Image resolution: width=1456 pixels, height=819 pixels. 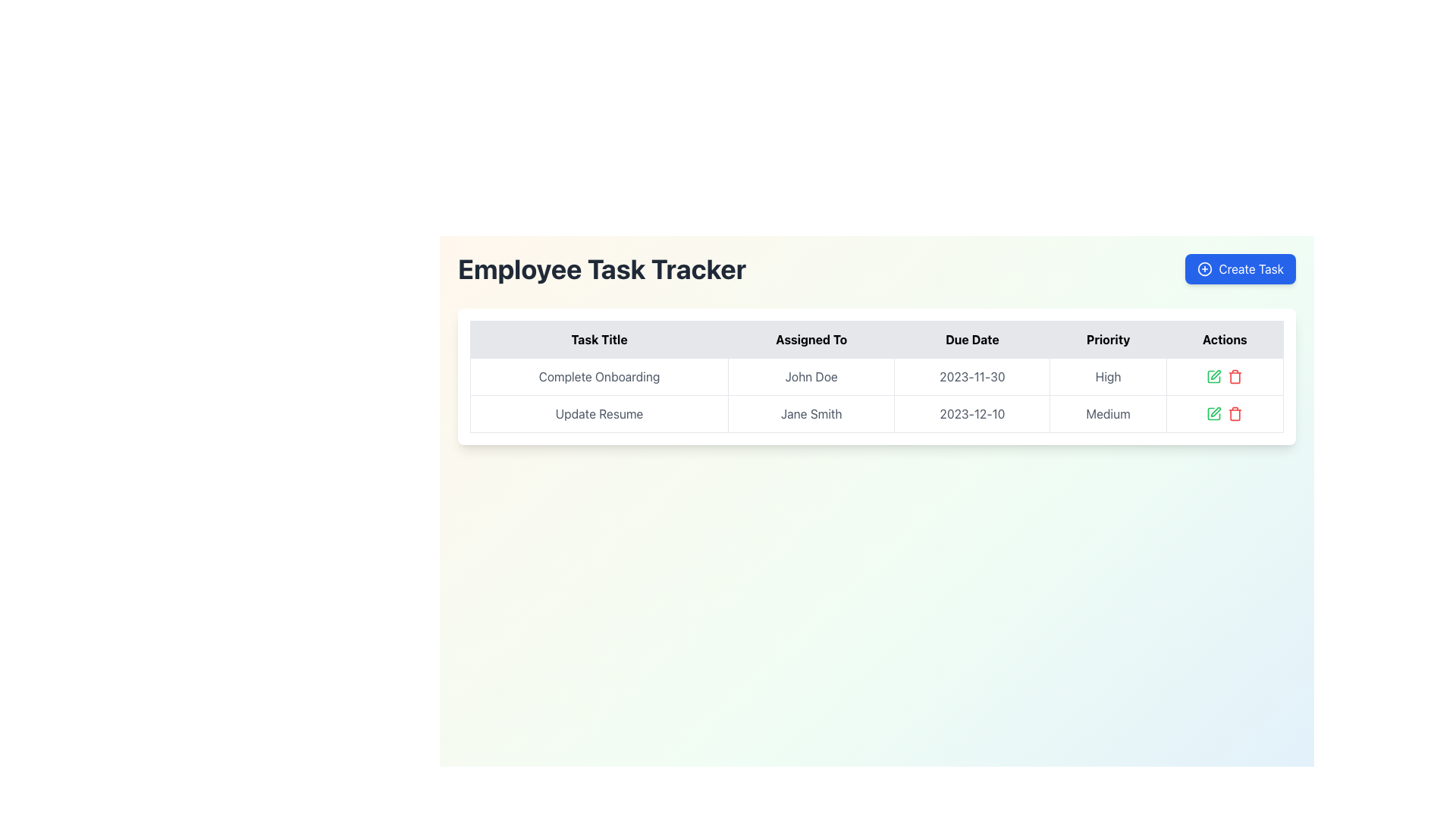 I want to click on the 'High' priority text label within the task management interface, located in the fourth column of the 'Complete Onboarding' row under the 'Priority' column, so click(x=1108, y=376).